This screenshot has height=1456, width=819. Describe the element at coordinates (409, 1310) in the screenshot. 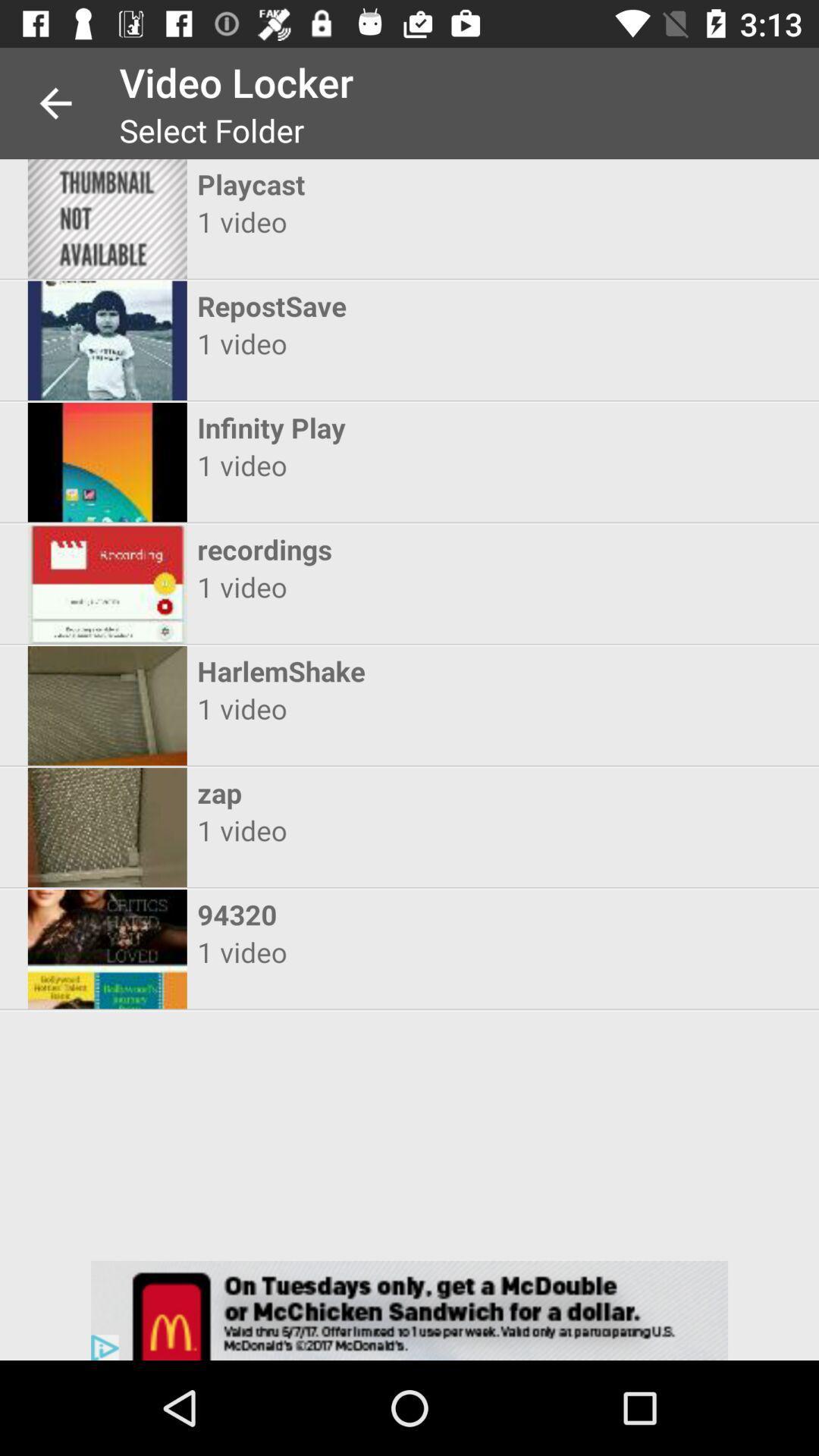

I see `go down` at that location.